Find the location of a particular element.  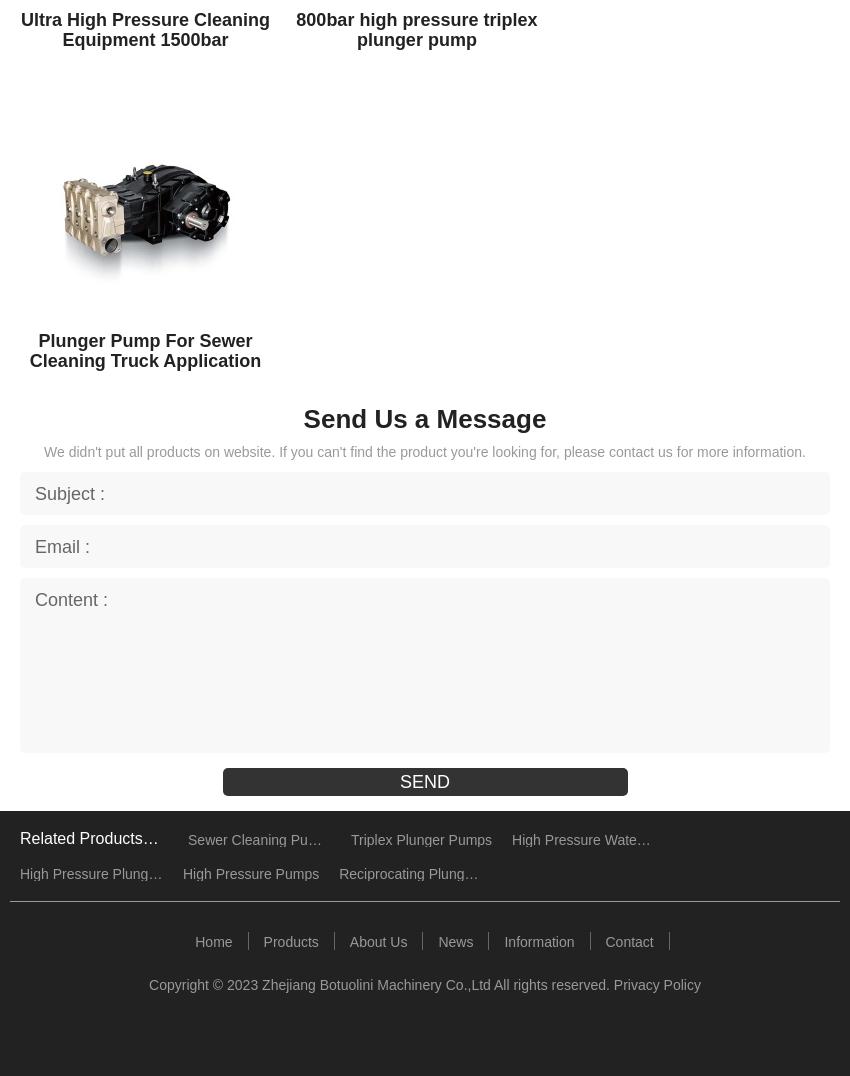

'News' is located at coordinates (454, 939).